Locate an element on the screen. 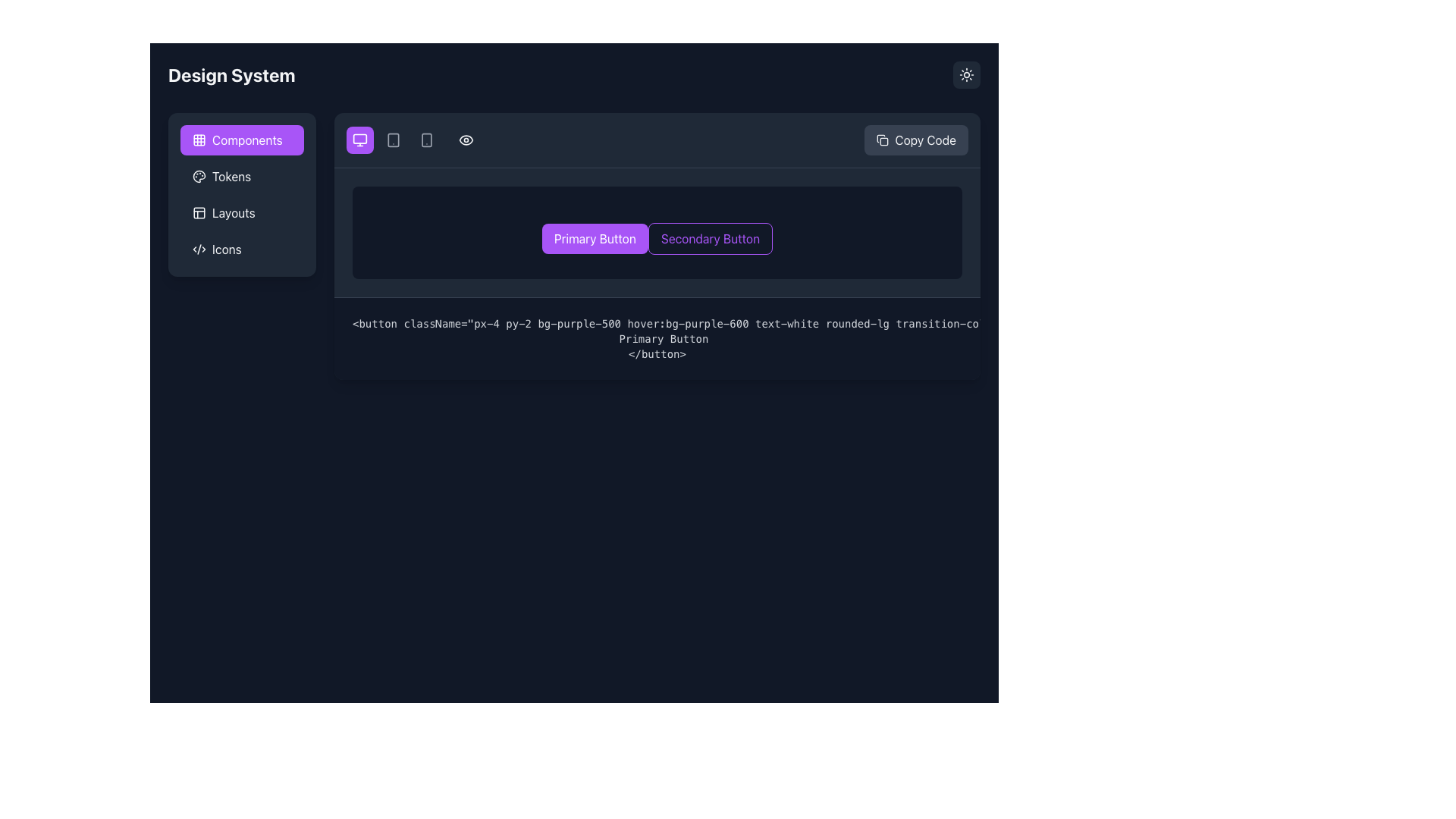 This screenshot has height=819, width=1456. the second icon from the left in the horizontal toolbar at the top-center section of the interface, which visually represents a tablet device is located at coordinates (393, 140).